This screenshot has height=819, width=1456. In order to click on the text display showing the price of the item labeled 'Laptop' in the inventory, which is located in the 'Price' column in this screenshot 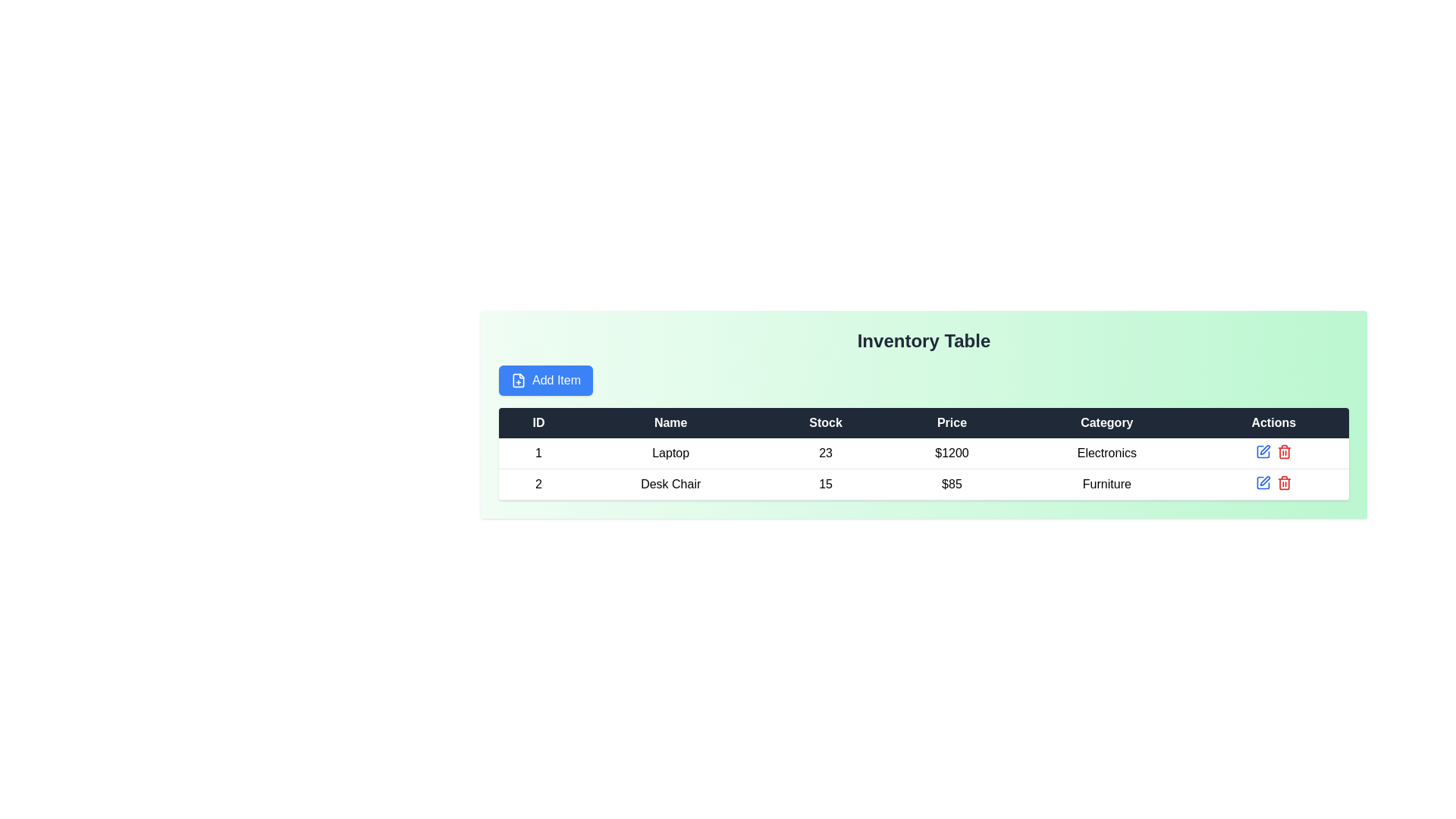, I will do `click(951, 453)`.